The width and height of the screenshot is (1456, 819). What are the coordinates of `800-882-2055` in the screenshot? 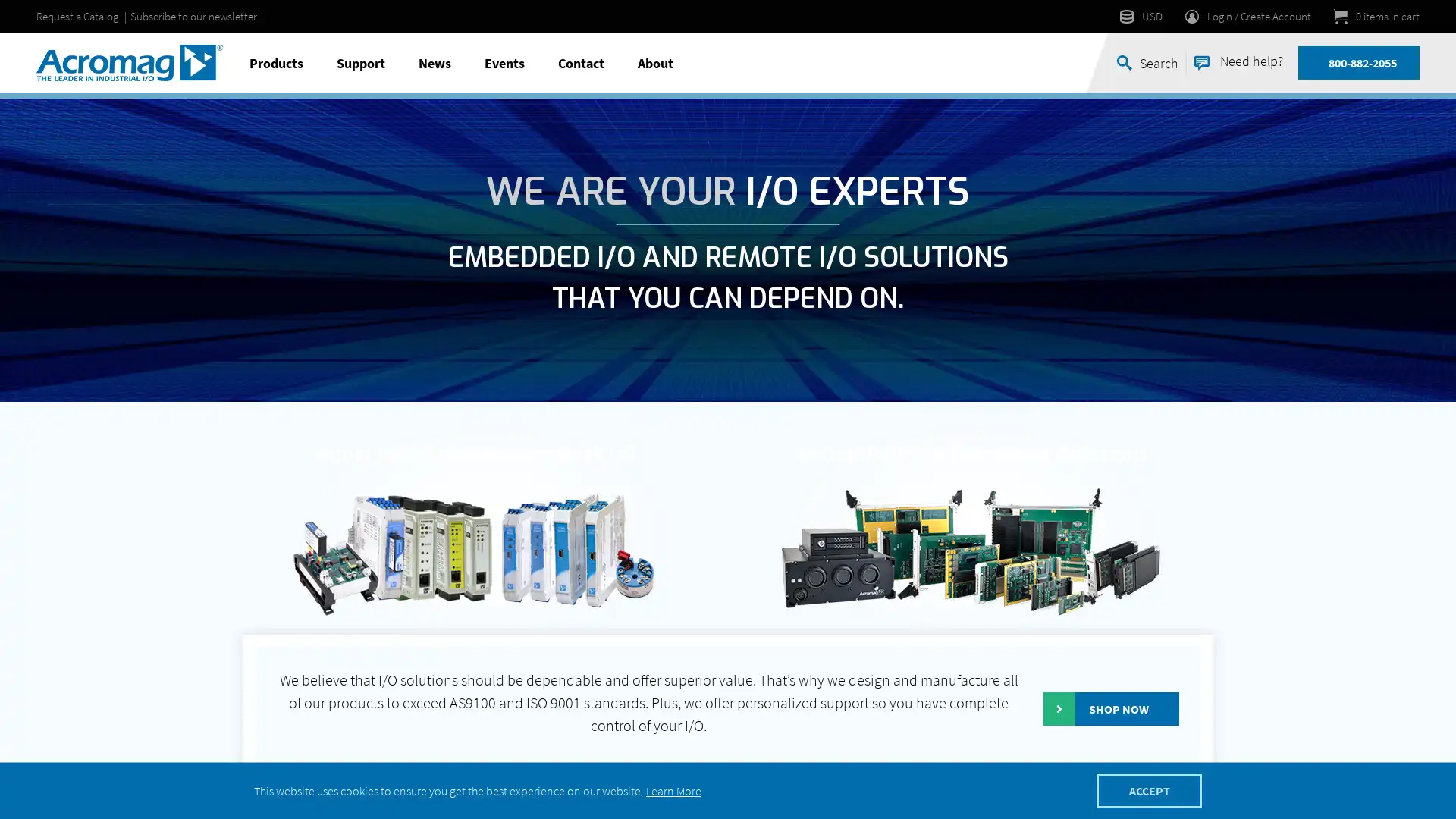 It's located at (1362, 62).